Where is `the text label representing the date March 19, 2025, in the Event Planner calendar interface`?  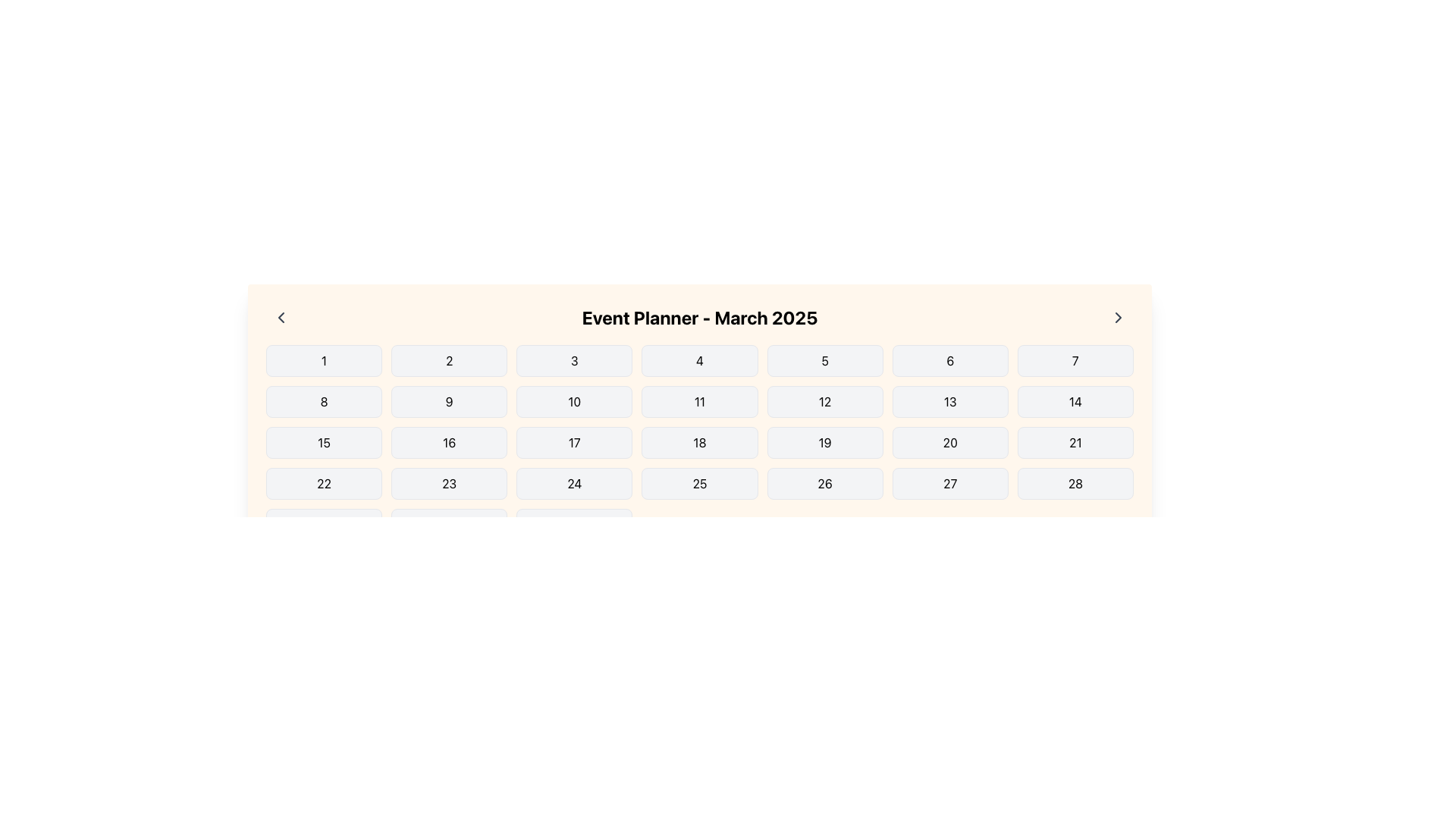 the text label representing the date March 19, 2025, in the Event Planner calendar interface is located at coordinates (824, 442).